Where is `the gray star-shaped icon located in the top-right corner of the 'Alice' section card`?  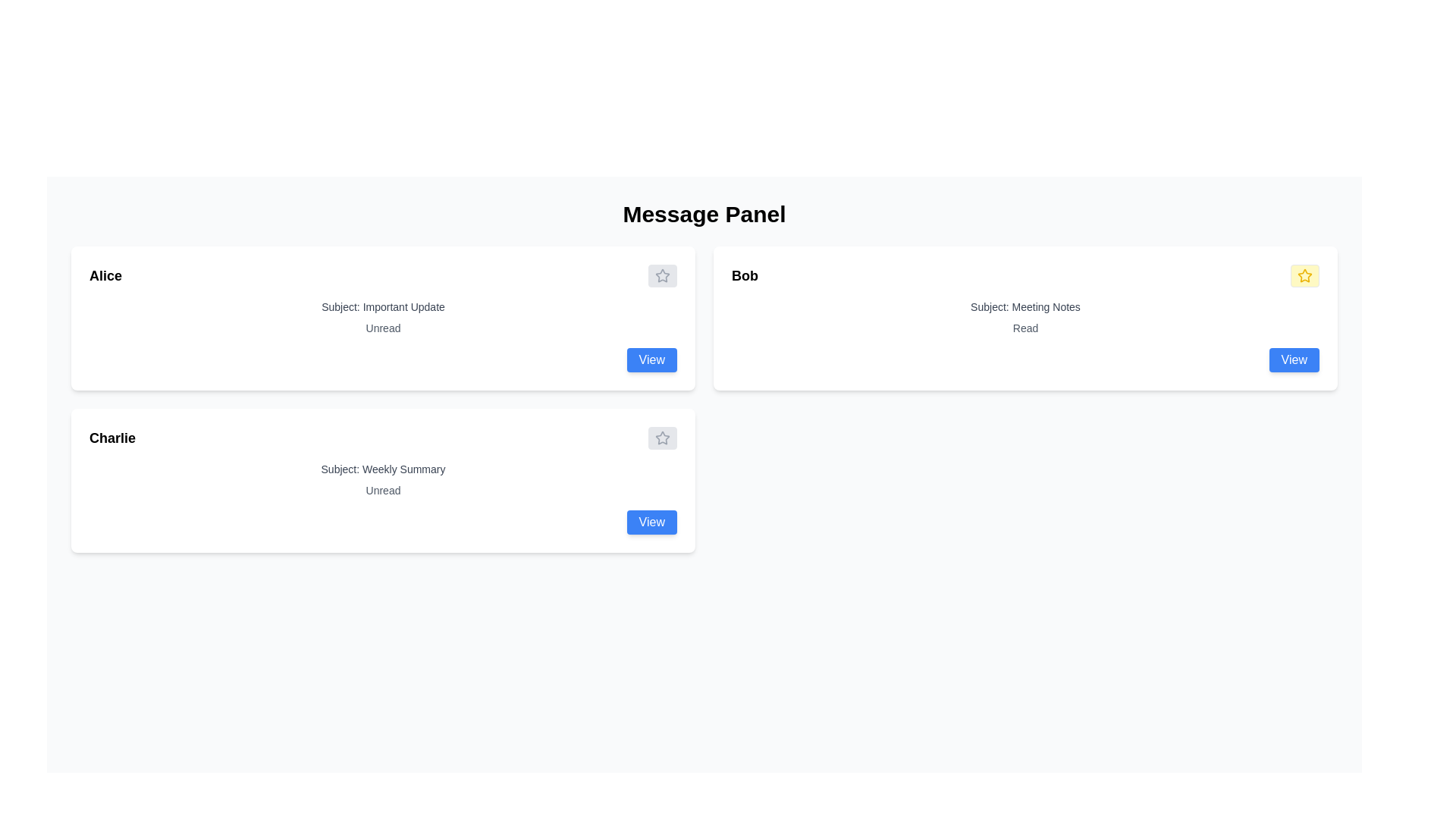
the gray star-shaped icon located in the top-right corner of the 'Alice' section card is located at coordinates (662, 275).